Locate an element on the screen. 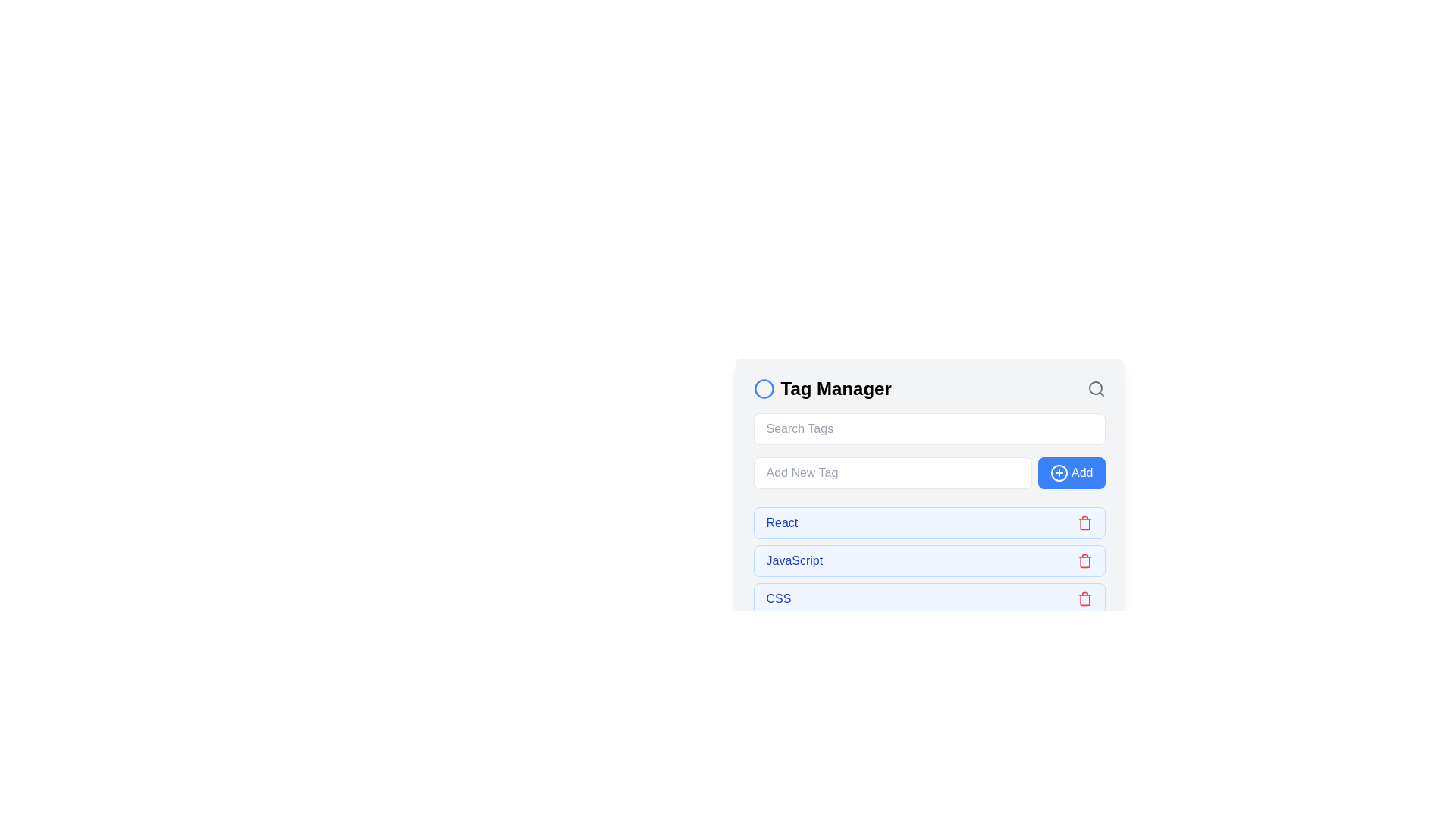 Image resolution: width=1456 pixels, height=819 pixels. the circular search icon component located in the top-right corner of the interface, which is part of the magnifying glass icon used for search functionality is located at coordinates (1095, 388).